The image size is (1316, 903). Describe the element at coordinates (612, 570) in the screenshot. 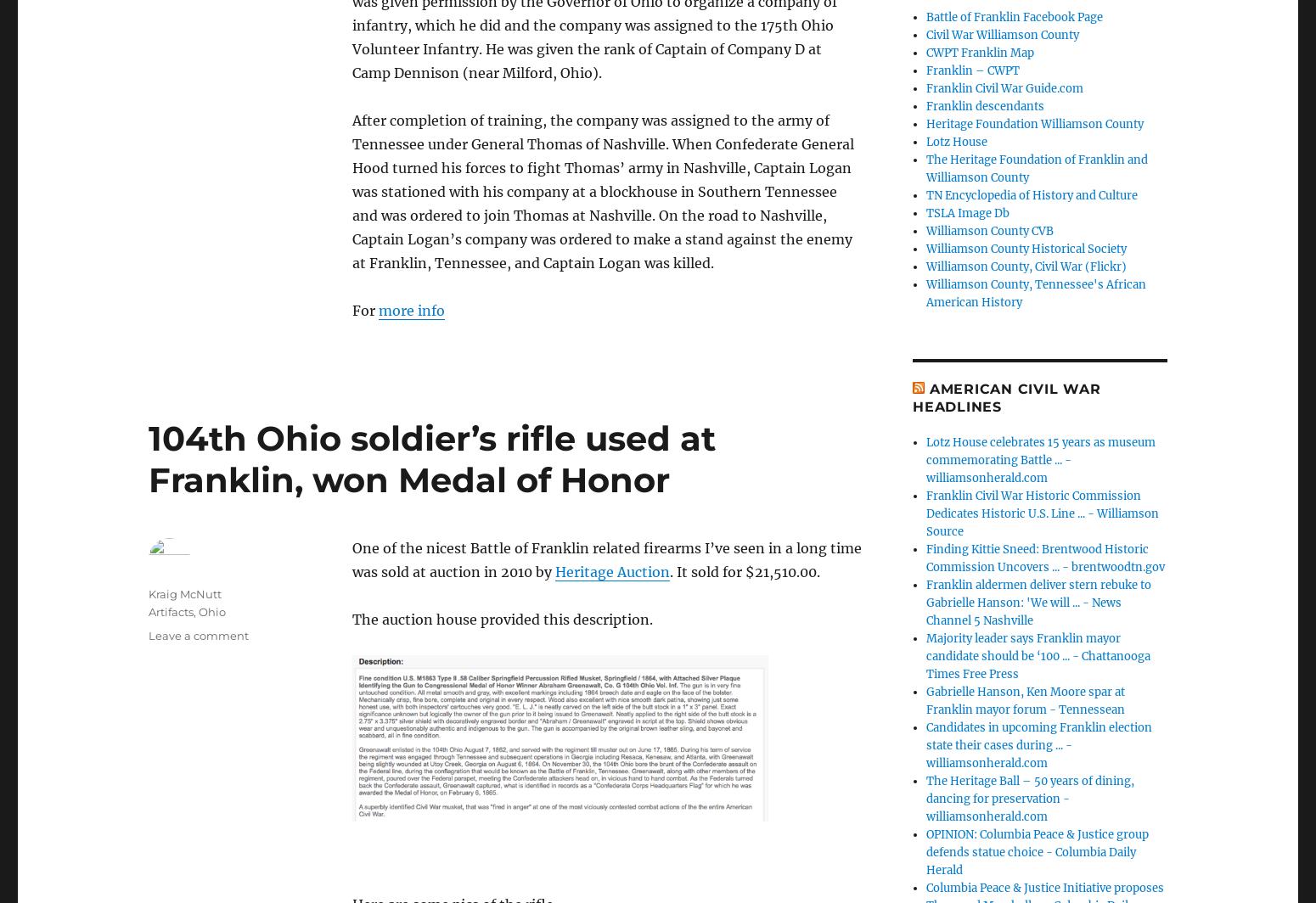

I see `'Heritage Auction'` at that location.